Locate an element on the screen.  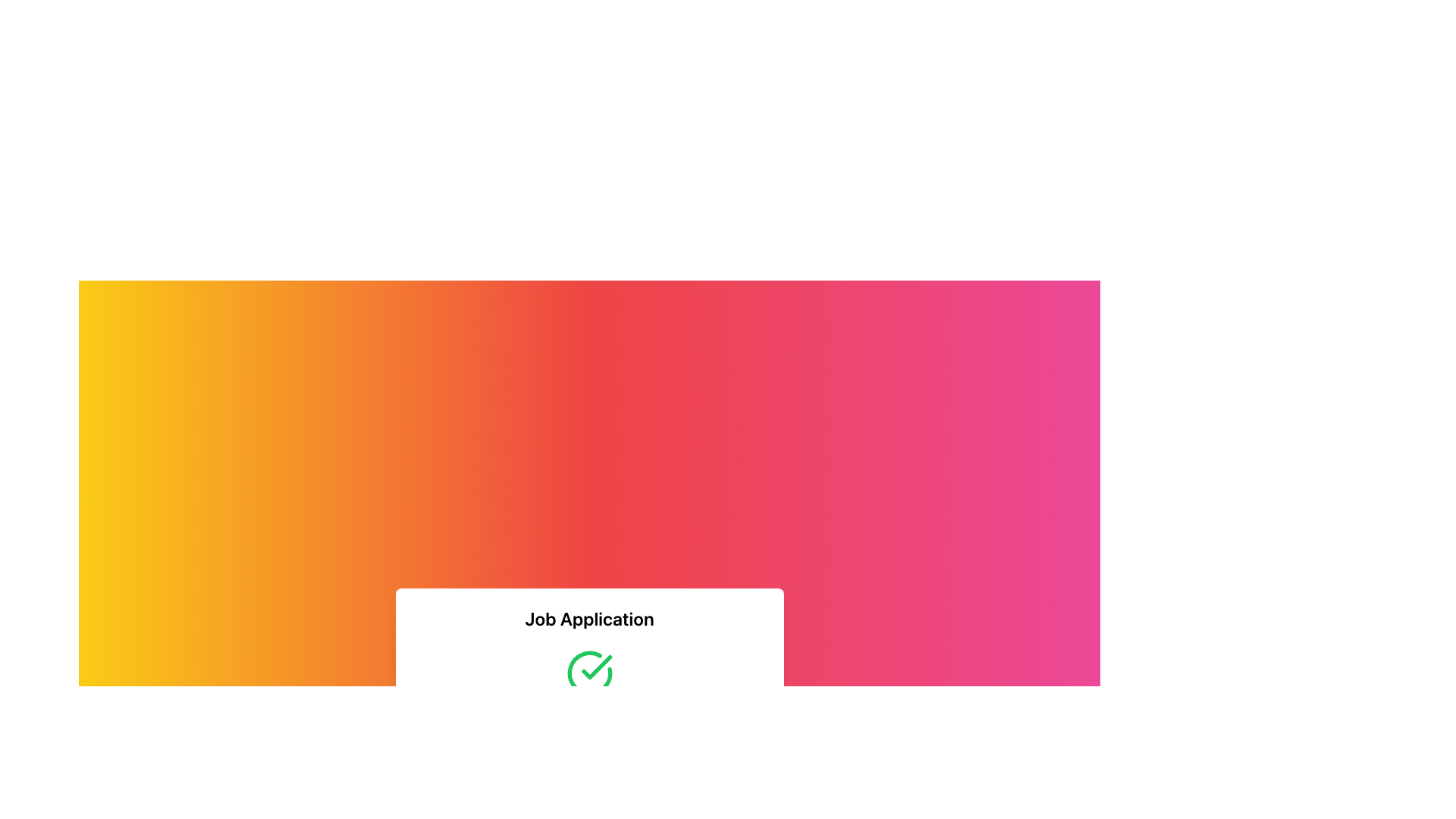
the green circular icon with a checkmark located beneath the 'Job Application' text is located at coordinates (588, 672).